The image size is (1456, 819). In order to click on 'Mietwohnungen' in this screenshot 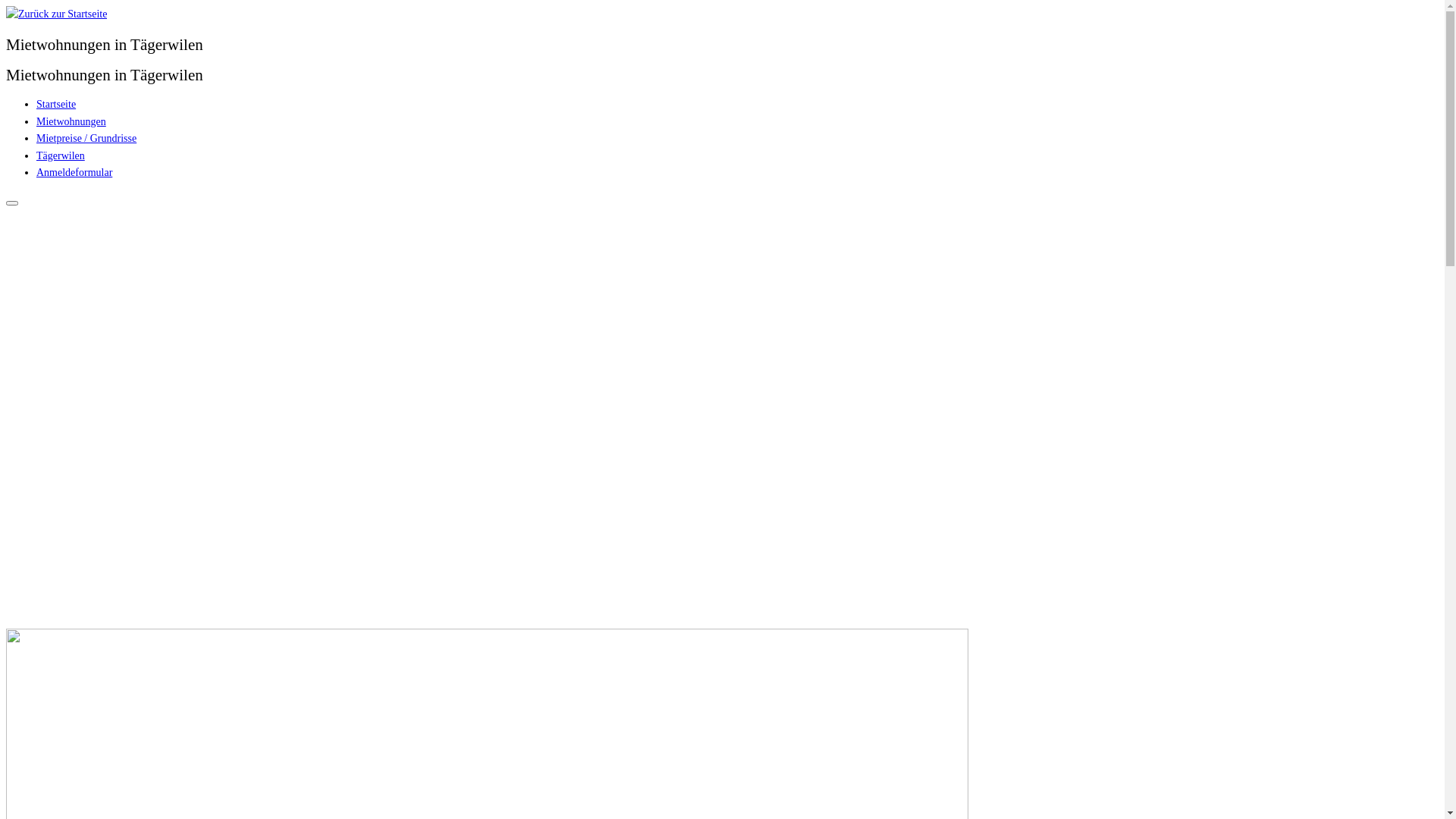, I will do `click(71, 121)`.